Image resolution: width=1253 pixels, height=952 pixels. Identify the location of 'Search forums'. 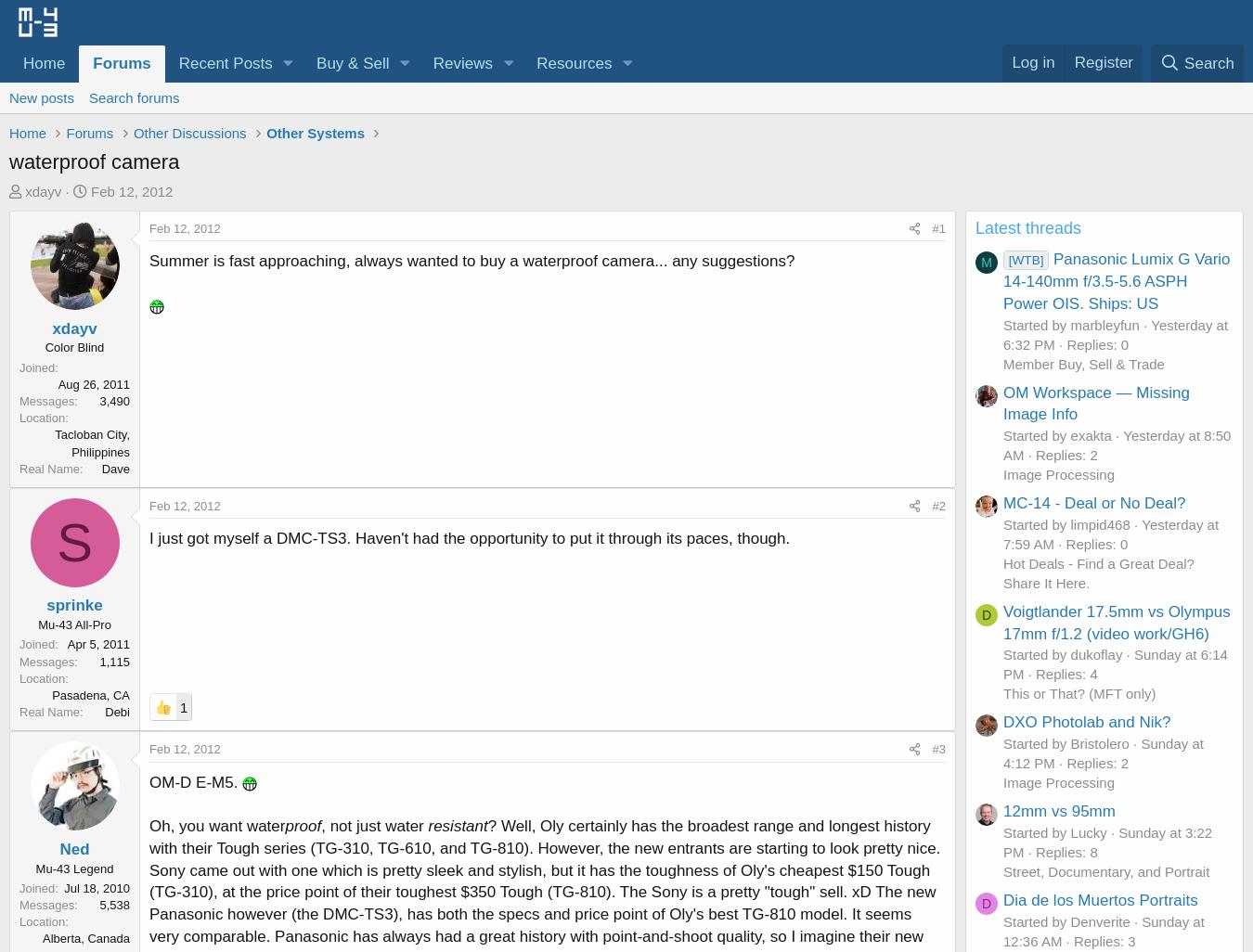
(87, 96).